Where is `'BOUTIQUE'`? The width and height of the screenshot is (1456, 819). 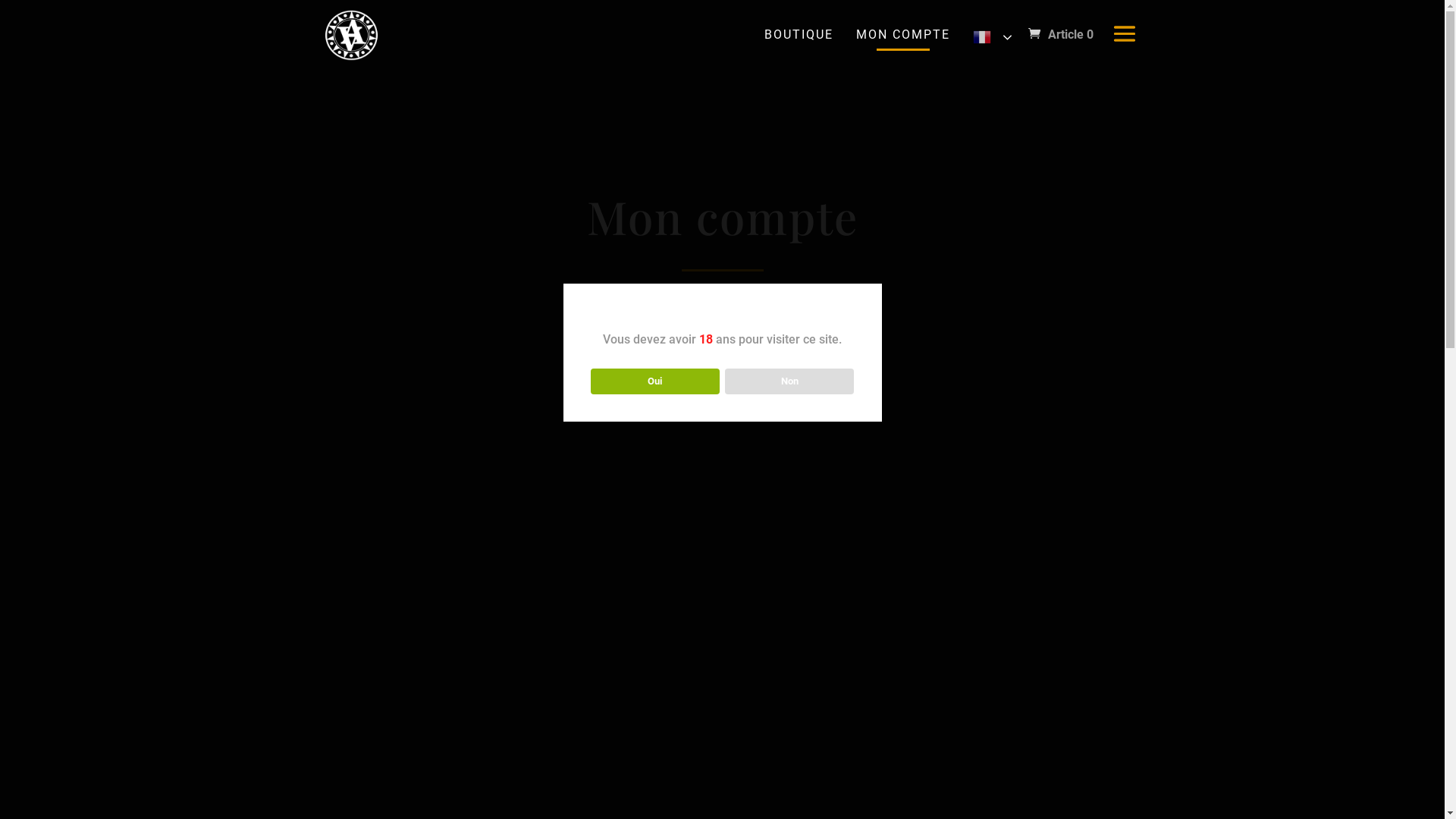
'BOUTIQUE' is located at coordinates (760, 34).